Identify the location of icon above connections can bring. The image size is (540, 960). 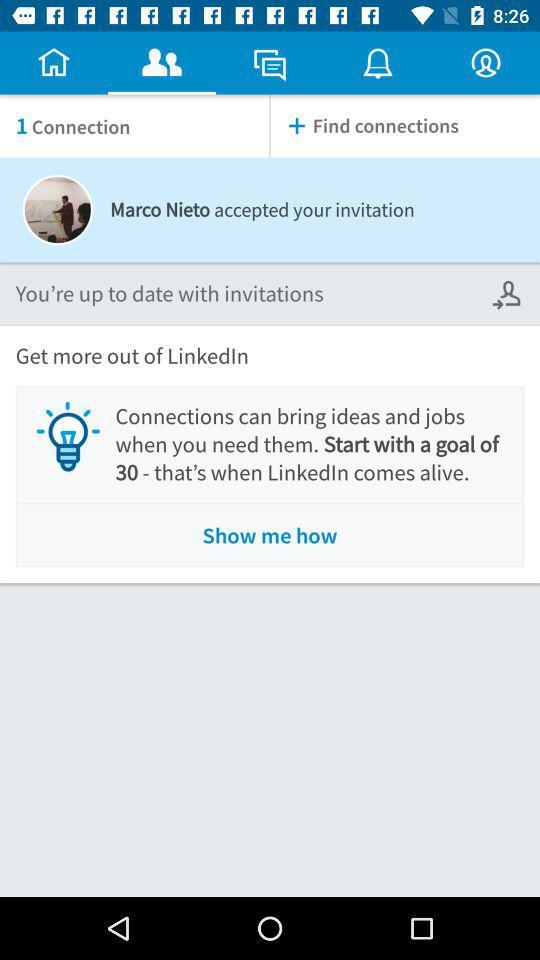
(508, 293).